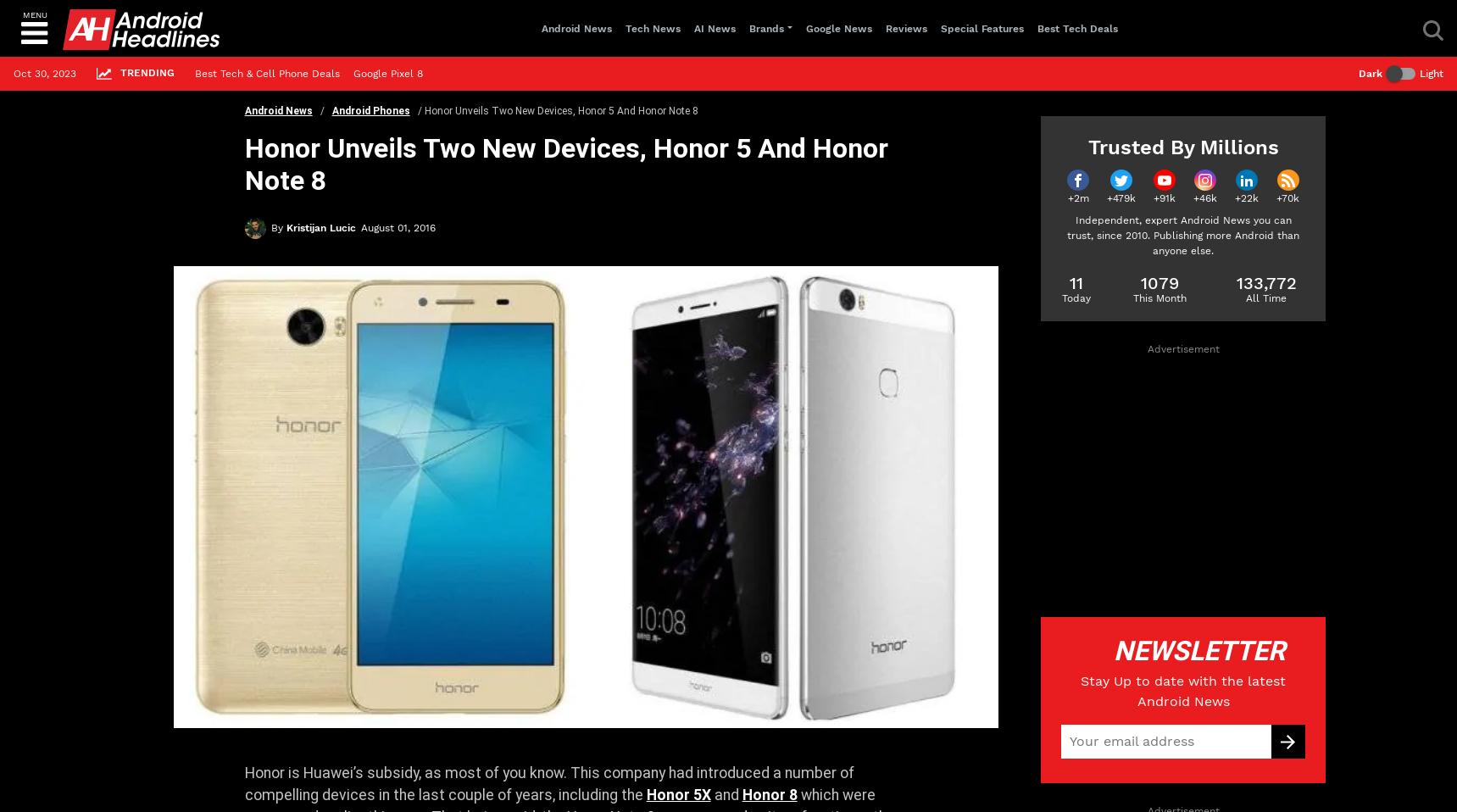 The width and height of the screenshot is (1457, 812). What do you see at coordinates (1194, 651) in the screenshot?
I see `'Newsletter'` at bounding box center [1194, 651].